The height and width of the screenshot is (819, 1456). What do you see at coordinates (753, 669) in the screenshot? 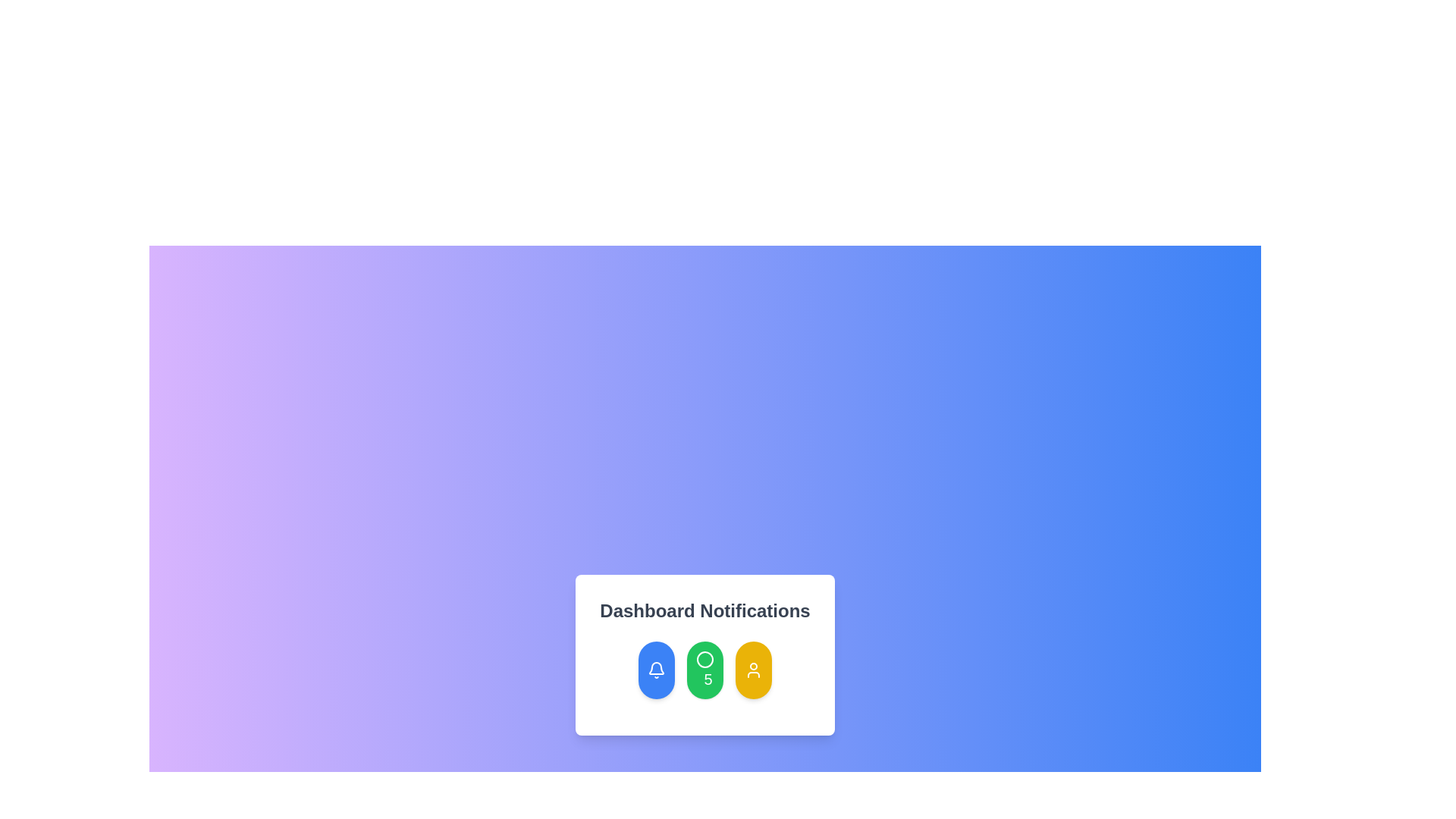
I see `the user silhouette icon embedded in the circular yellow button located at the far right of the three-button sequence in the 'Dashboard Notifications' card` at bounding box center [753, 669].